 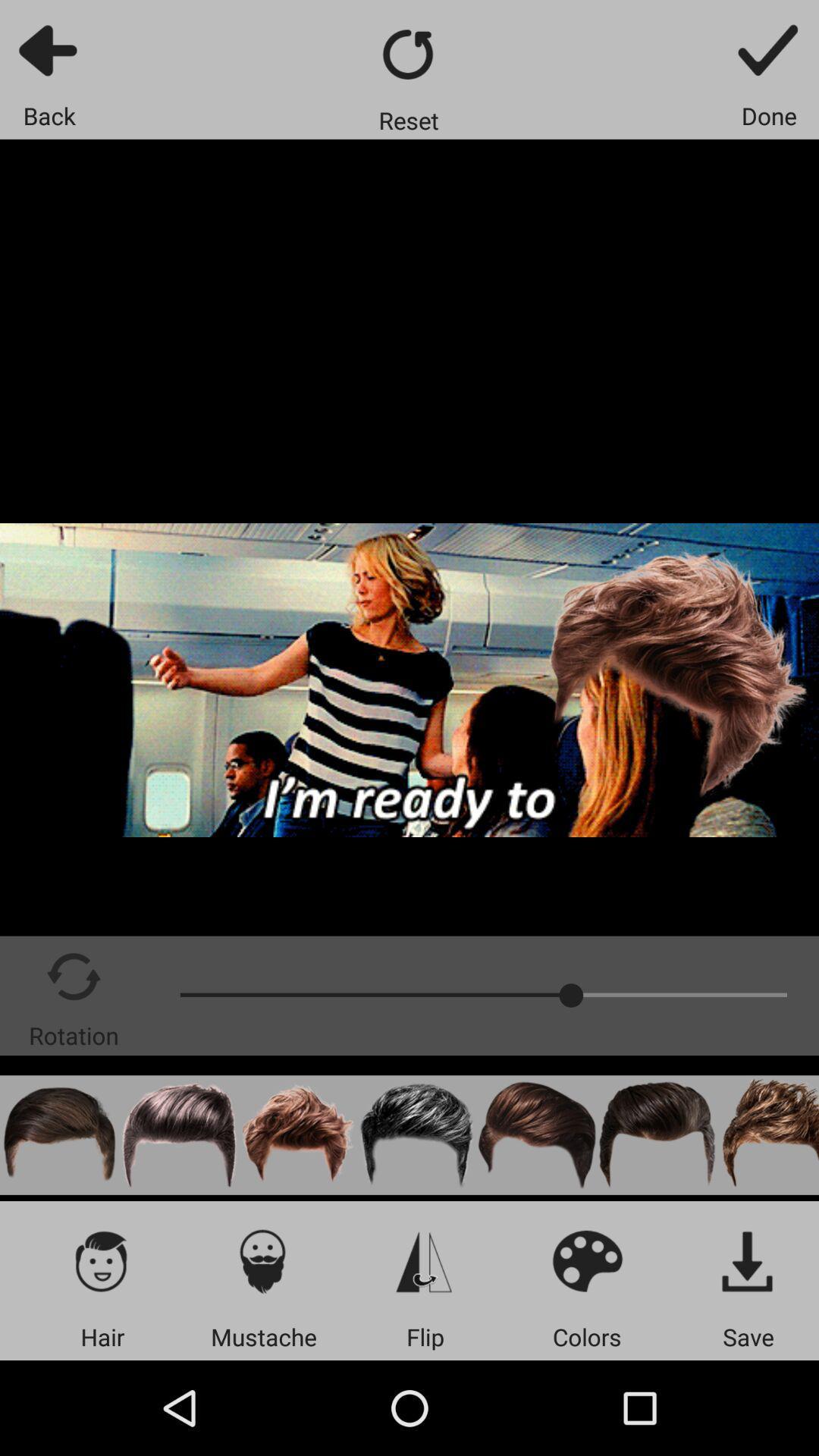 What do you see at coordinates (656, 1135) in the screenshot?
I see `hairstyle` at bounding box center [656, 1135].